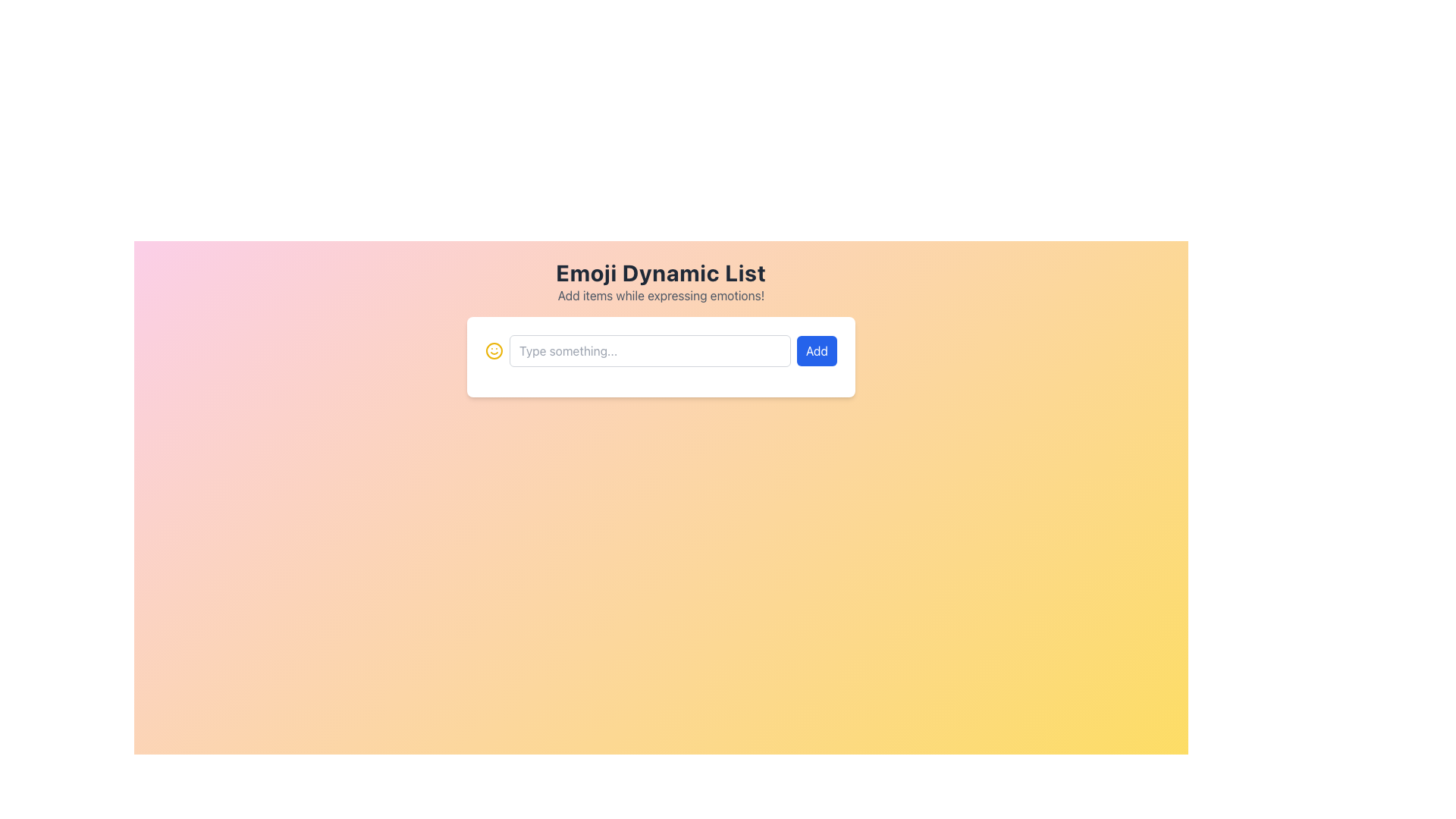 The image size is (1456, 819). Describe the element at coordinates (661, 295) in the screenshot. I see `text label that contains 'Add items while expressing emotions!' positioned below the title 'Emoji Dynamic List.'` at that location.